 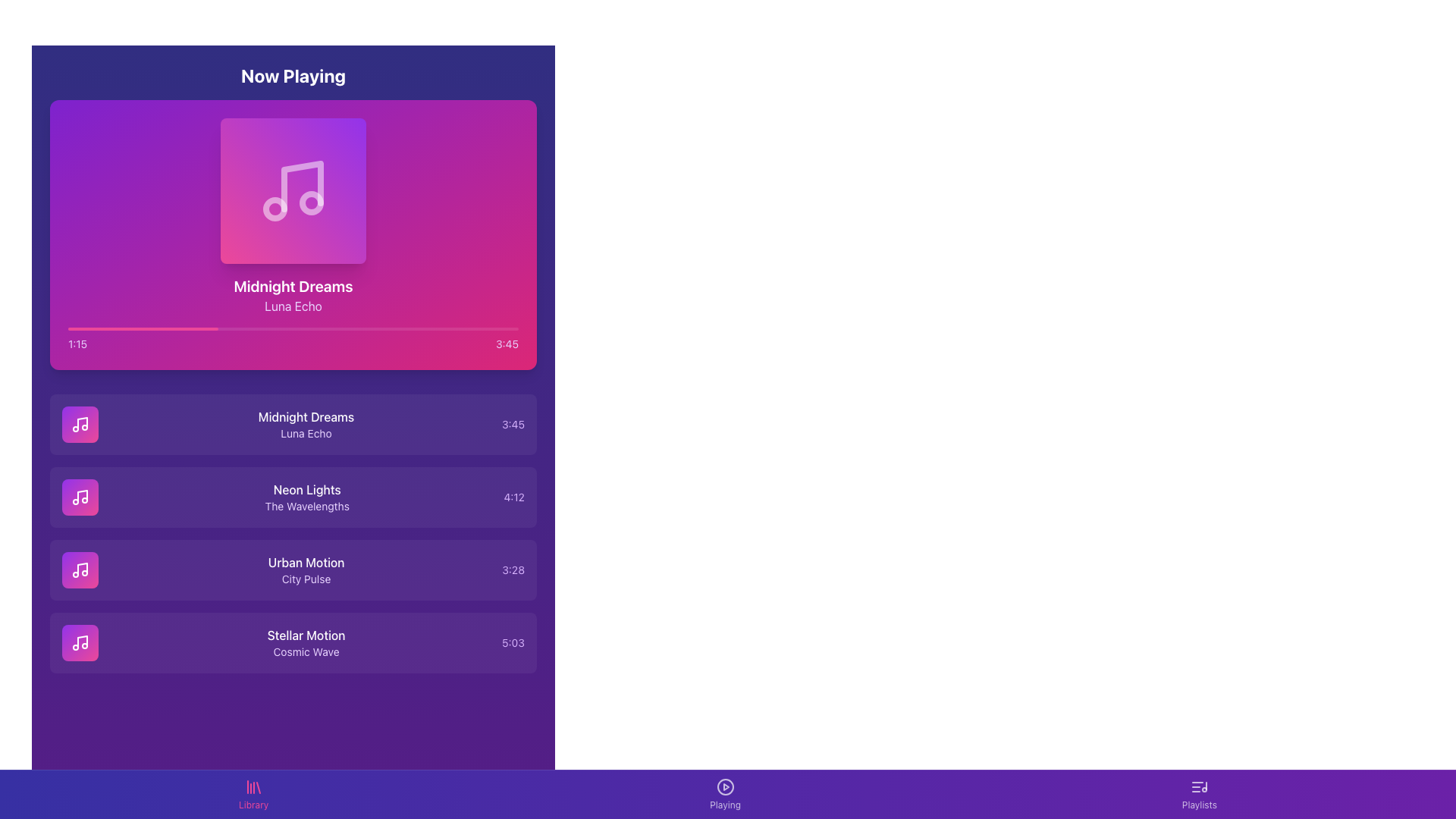 What do you see at coordinates (143, 328) in the screenshot?
I see `the progress indicator located under the 'Now Playing' section, which visually represents the elapsed time of a track or process` at bounding box center [143, 328].